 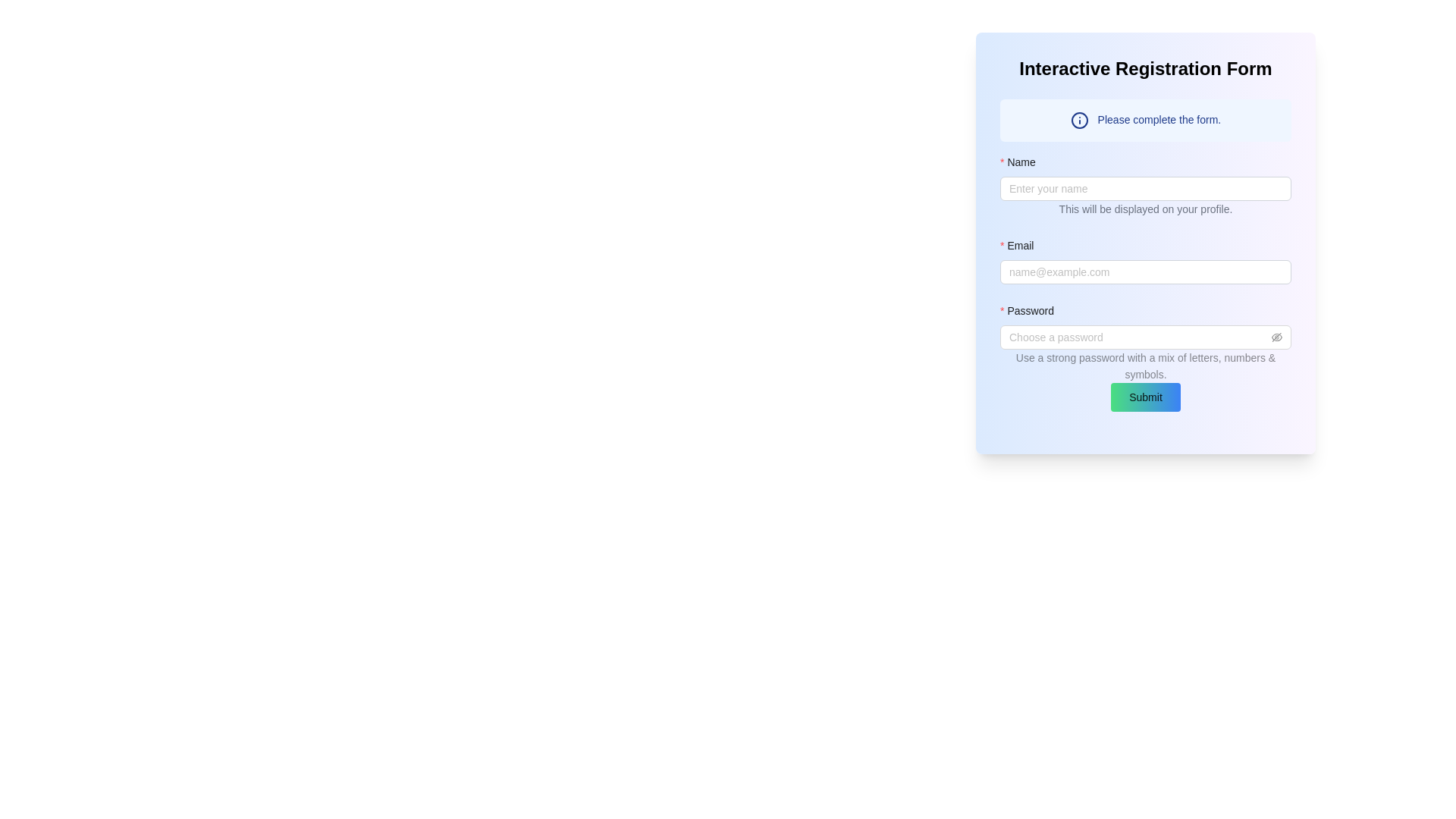 What do you see at coordinates (1078, 120) in the screenshot?
I see `the circular icon component with a blue outer stroke and white fill, located to the left of the 'Please complete the form.' text in the registration form header` at bounding box center [1078, 120].